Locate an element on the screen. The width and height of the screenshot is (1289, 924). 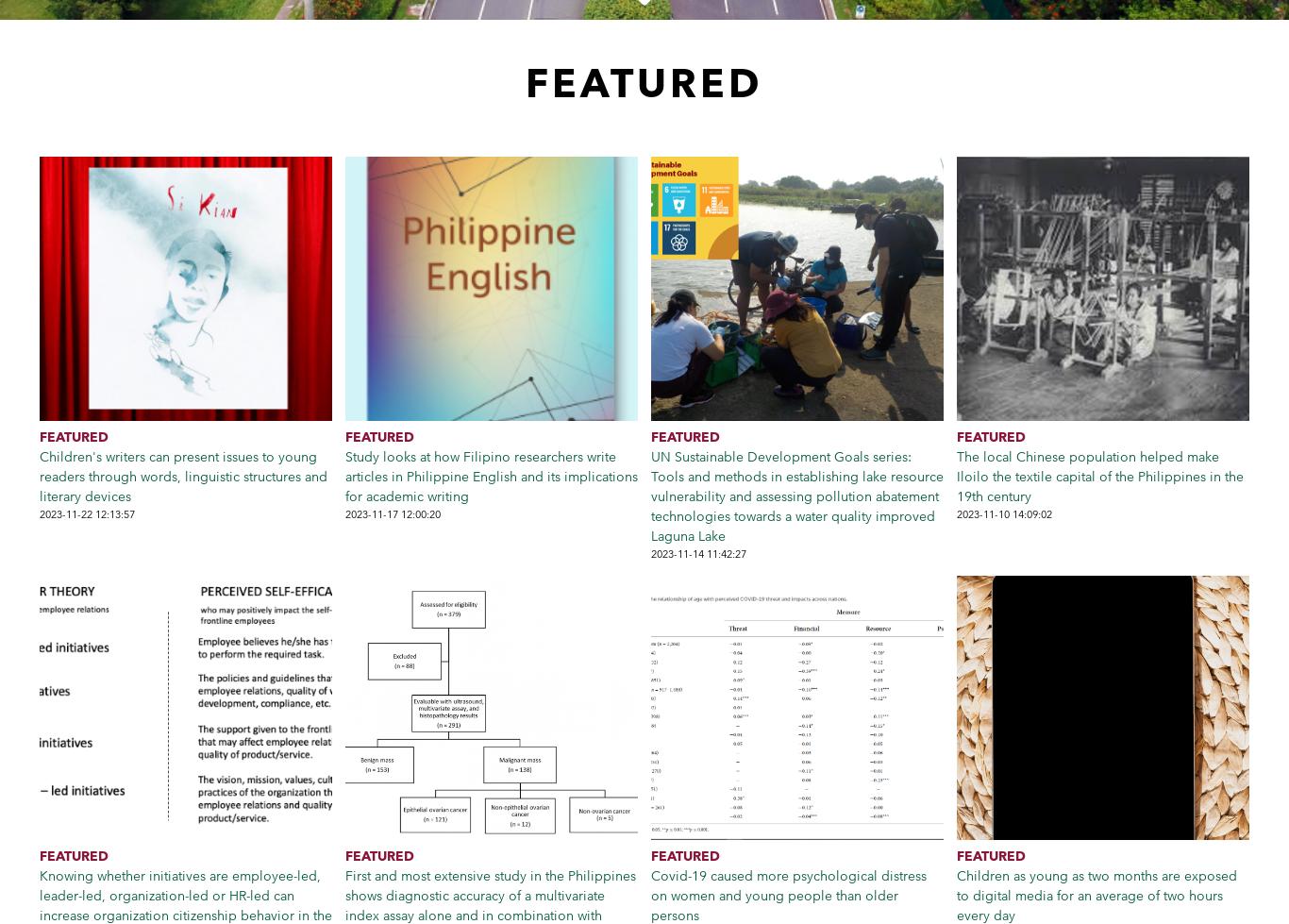
'Study looks at how Filipino researchers write articles in Philippine English and its implications for academic writing' is located at coordinates (491, 475).